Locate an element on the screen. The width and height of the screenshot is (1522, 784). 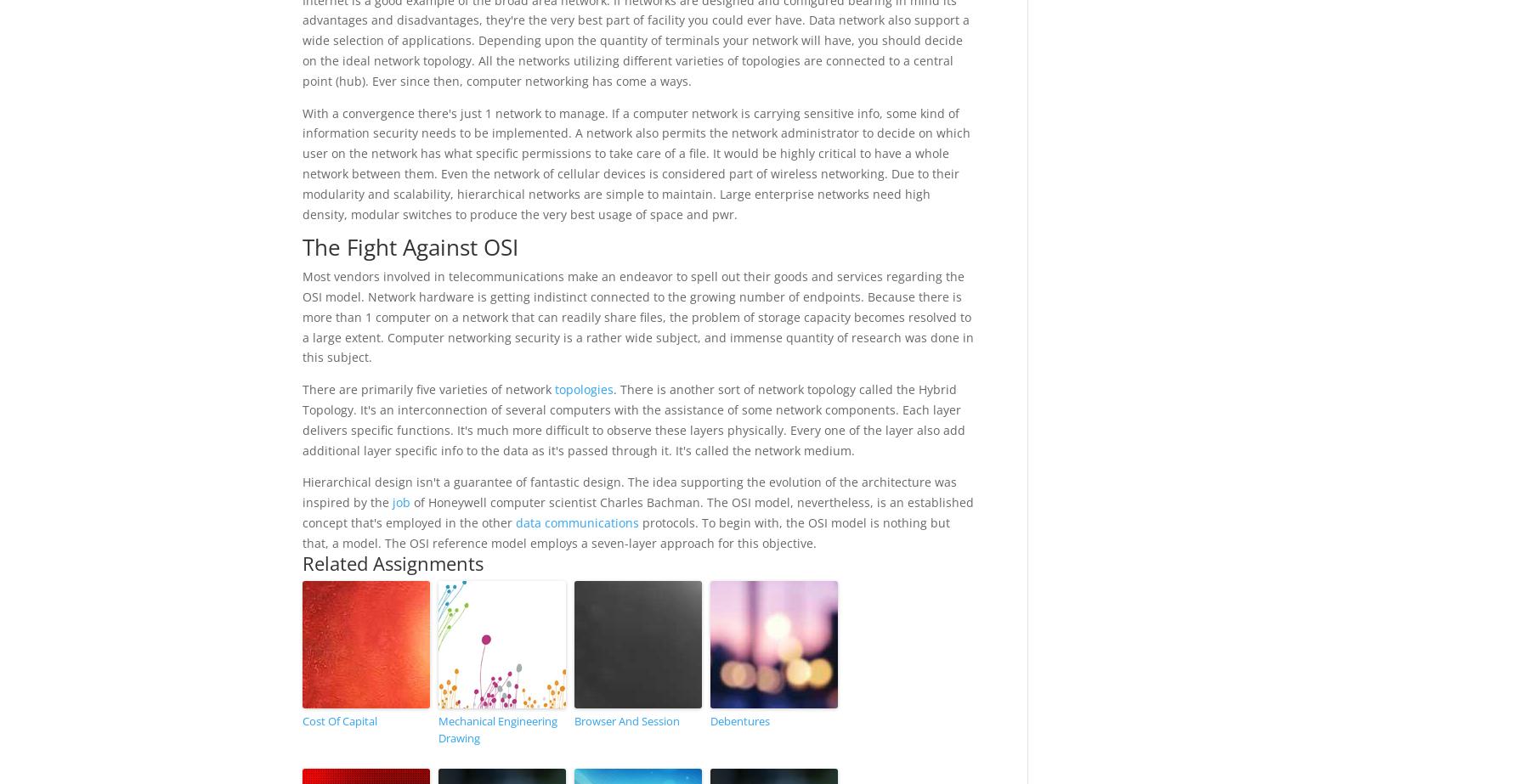
'With a convergence there's just 1 network to manage. If a computer network is carrying sensitive info, some kind of information security needs to be implemented. A network also permits the network administrator to decide on which user on the network has what specific permissions to take care of a file. It would be highly critical to have a whole network between them. Even the network of cellular devices is considered part of wireless networking. Due to their modularity and scalability, hierarchical networks are simple to maintain. Large enterprise networks need high density, modular switches to produce the very best usage of space and pwr.' is located at coordinates (635, 162).